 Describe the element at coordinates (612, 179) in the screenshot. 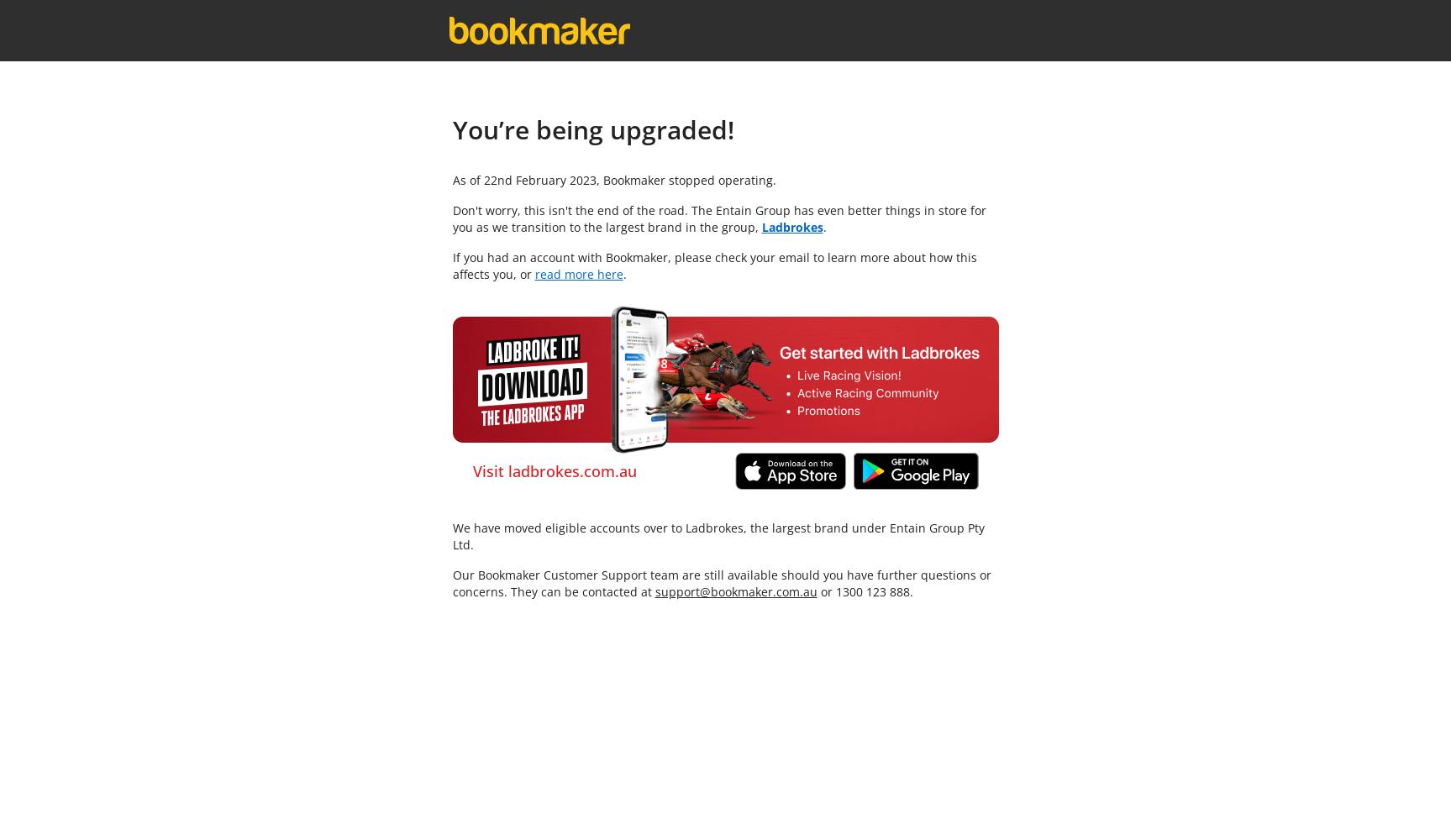

I see `'As of 22nd February 2023, Bookmaker stopped operating.'` at that location.